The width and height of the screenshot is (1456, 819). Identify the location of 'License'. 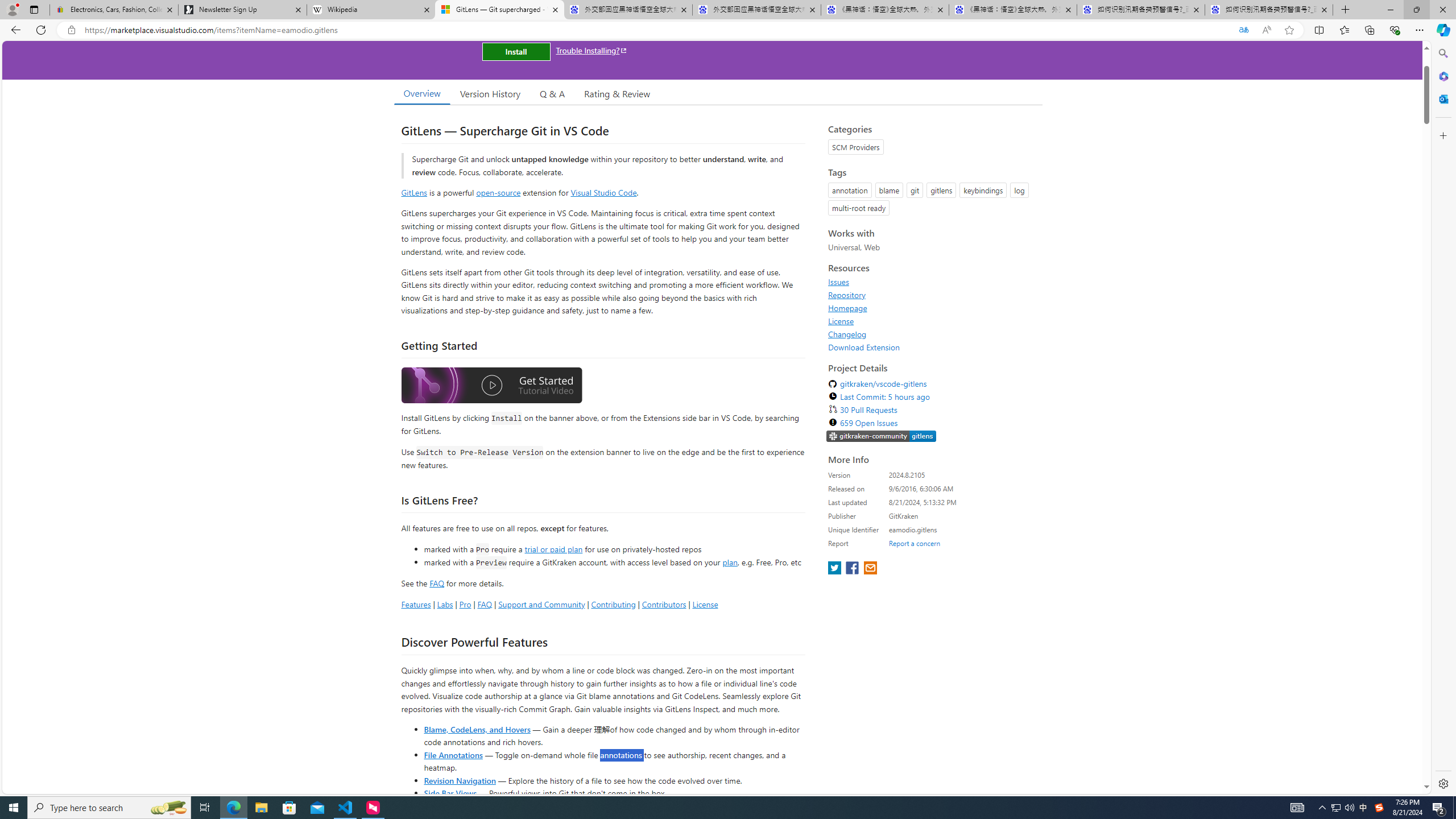
(840, 320).